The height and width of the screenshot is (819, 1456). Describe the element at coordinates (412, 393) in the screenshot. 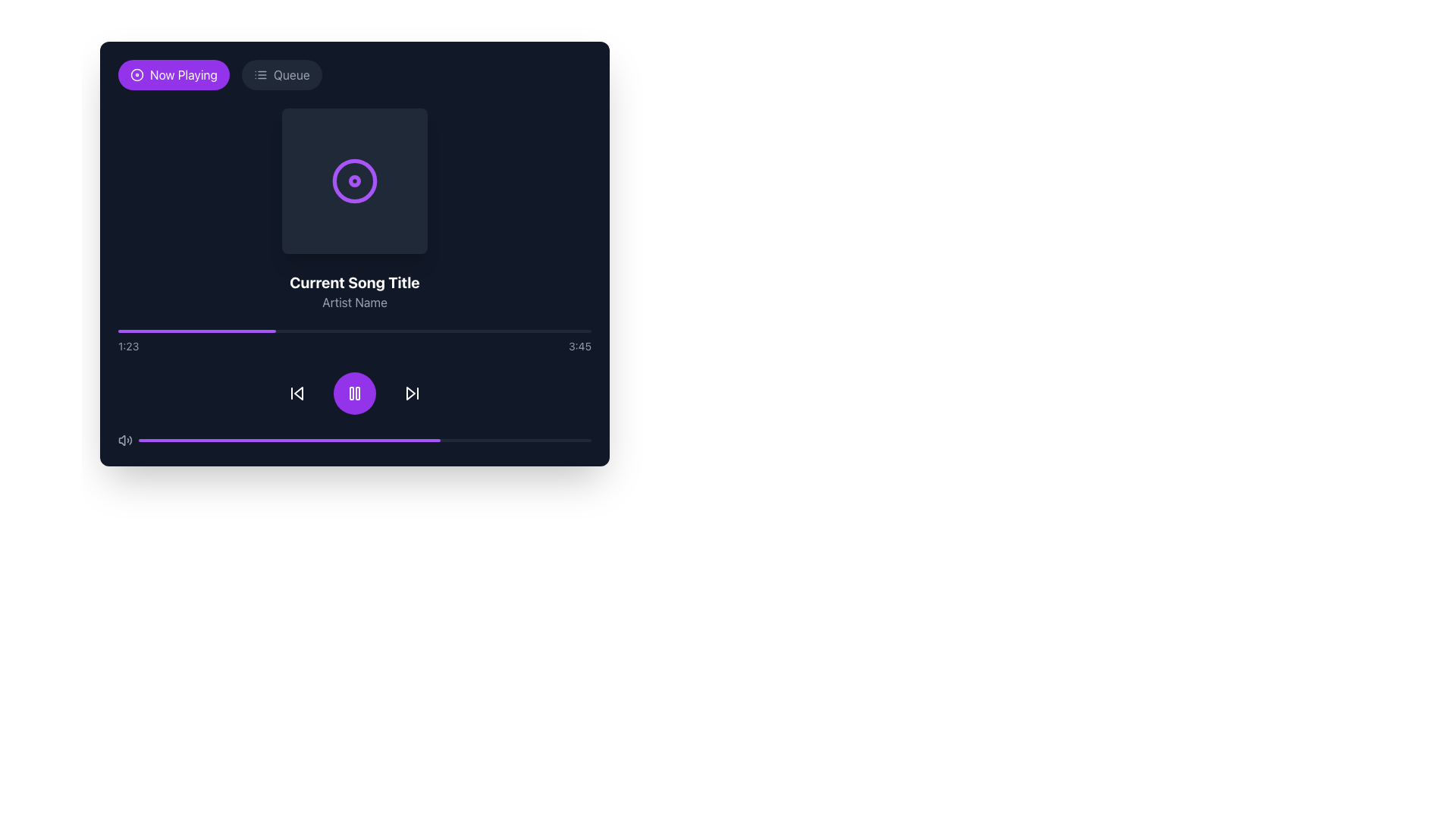

I see `the skip-forward button located in the media playback interface, which is positioned immediately to the right of the circular play button, to skip to the next track` at that location.